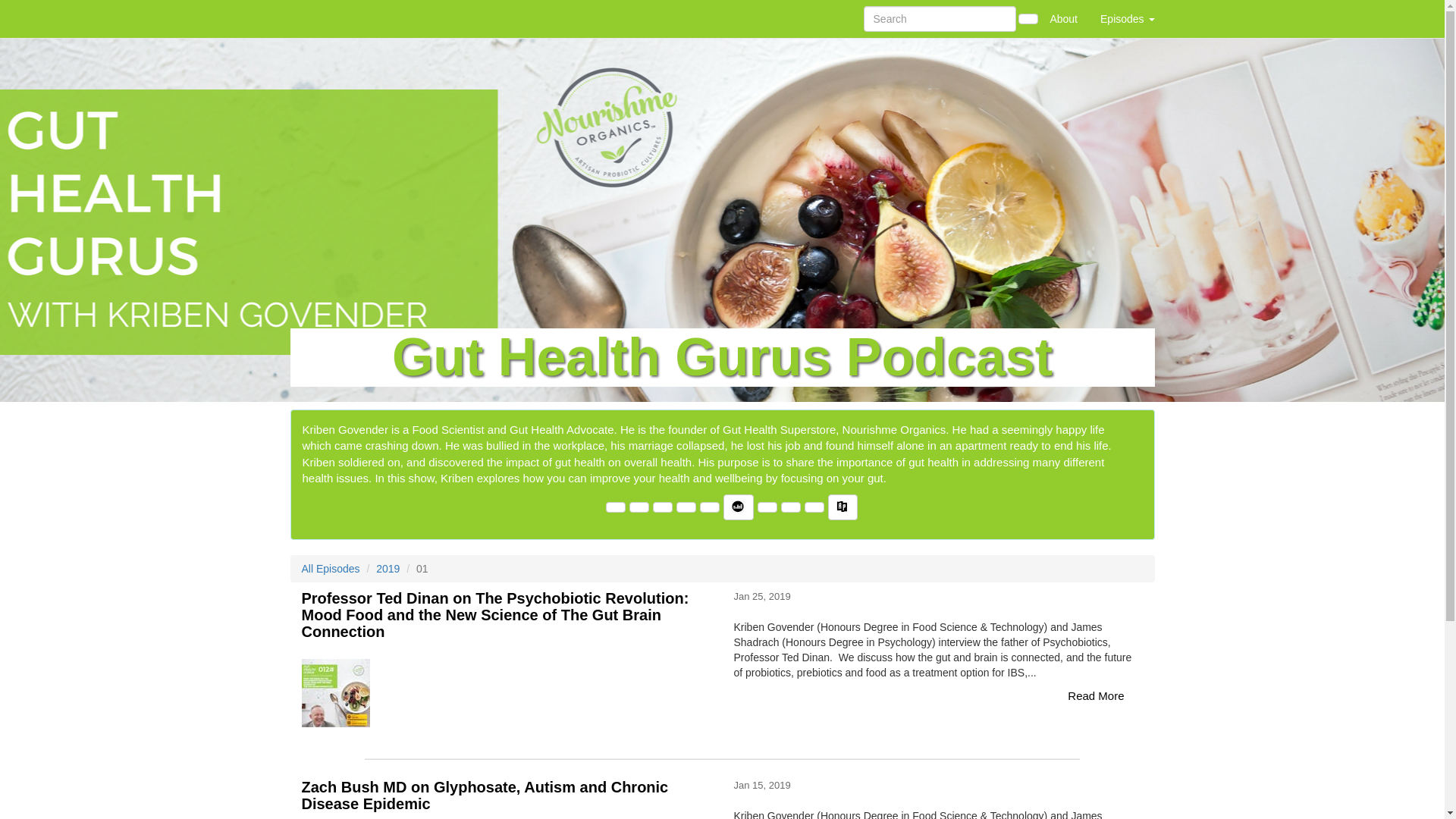  What do you see at coordinates (1062, 18) in the screenshot?
I see `'About'` at bounding box center [1062, 18].